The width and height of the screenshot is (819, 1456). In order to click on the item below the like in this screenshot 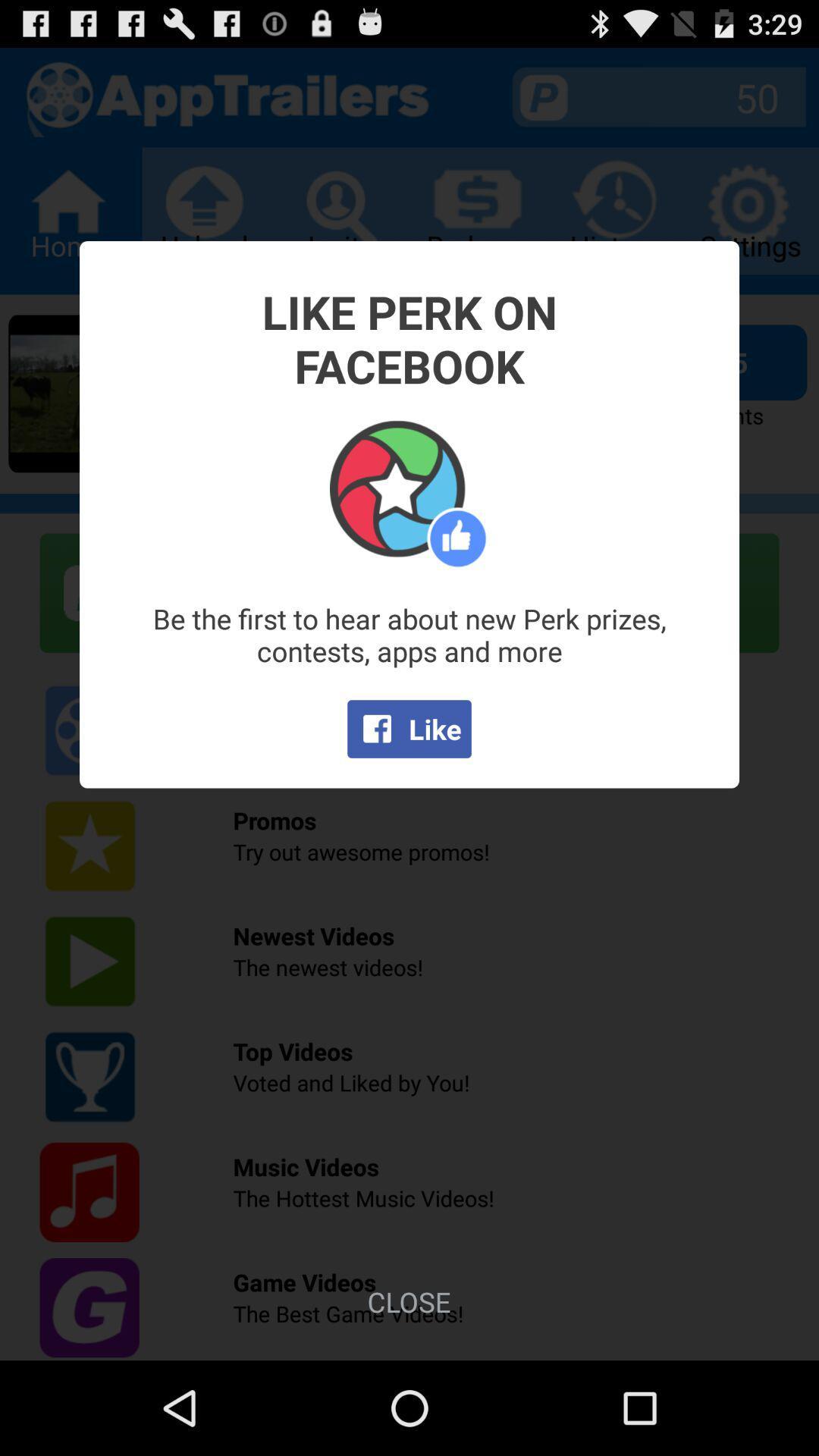, I will do `click(408, 1301)`.